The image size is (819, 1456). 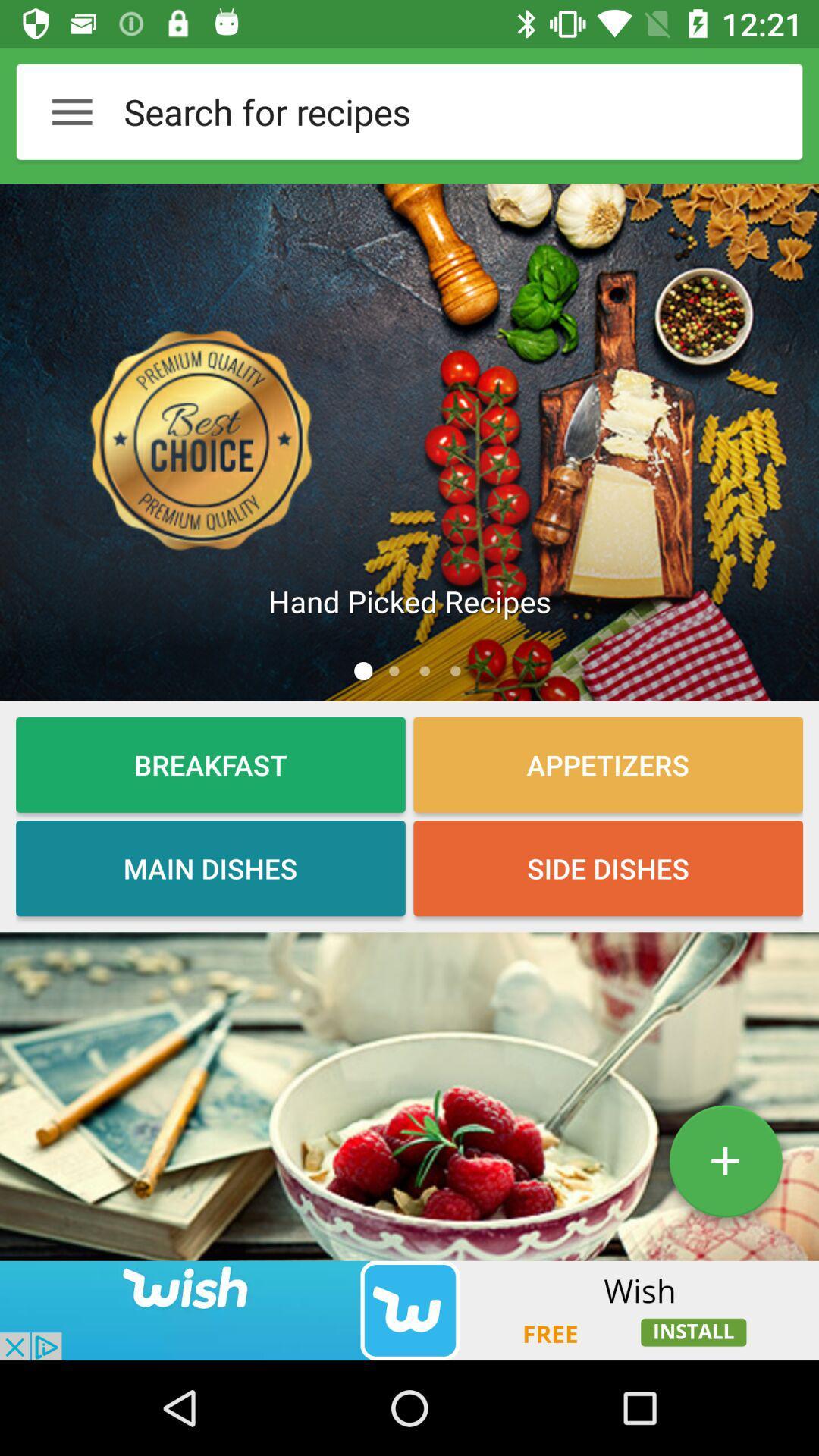 I want to click on the button which is next to the breakfast, so click(x=607, y=764).